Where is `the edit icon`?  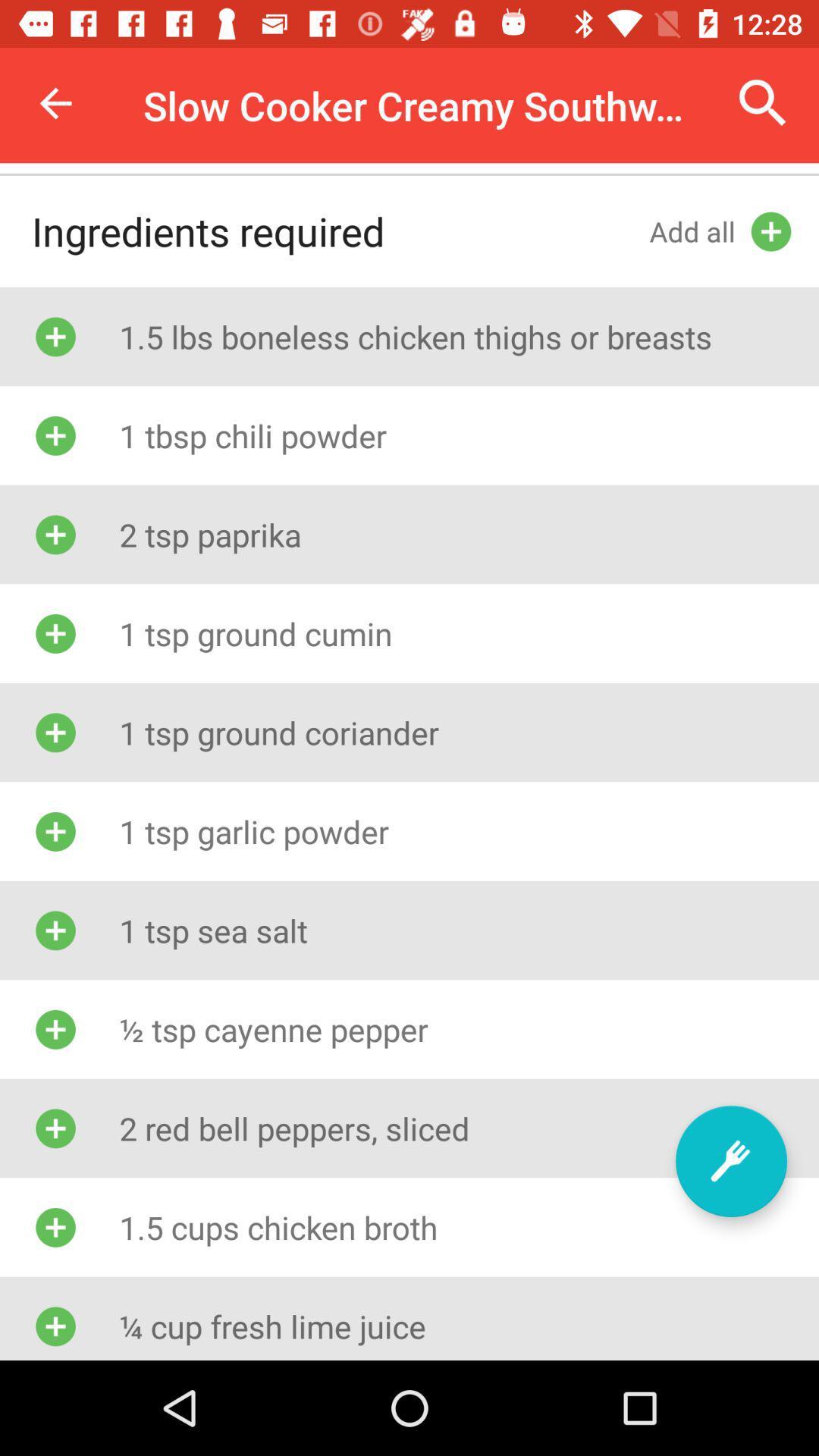 the edit icon is located at coordinates (730, 1160).